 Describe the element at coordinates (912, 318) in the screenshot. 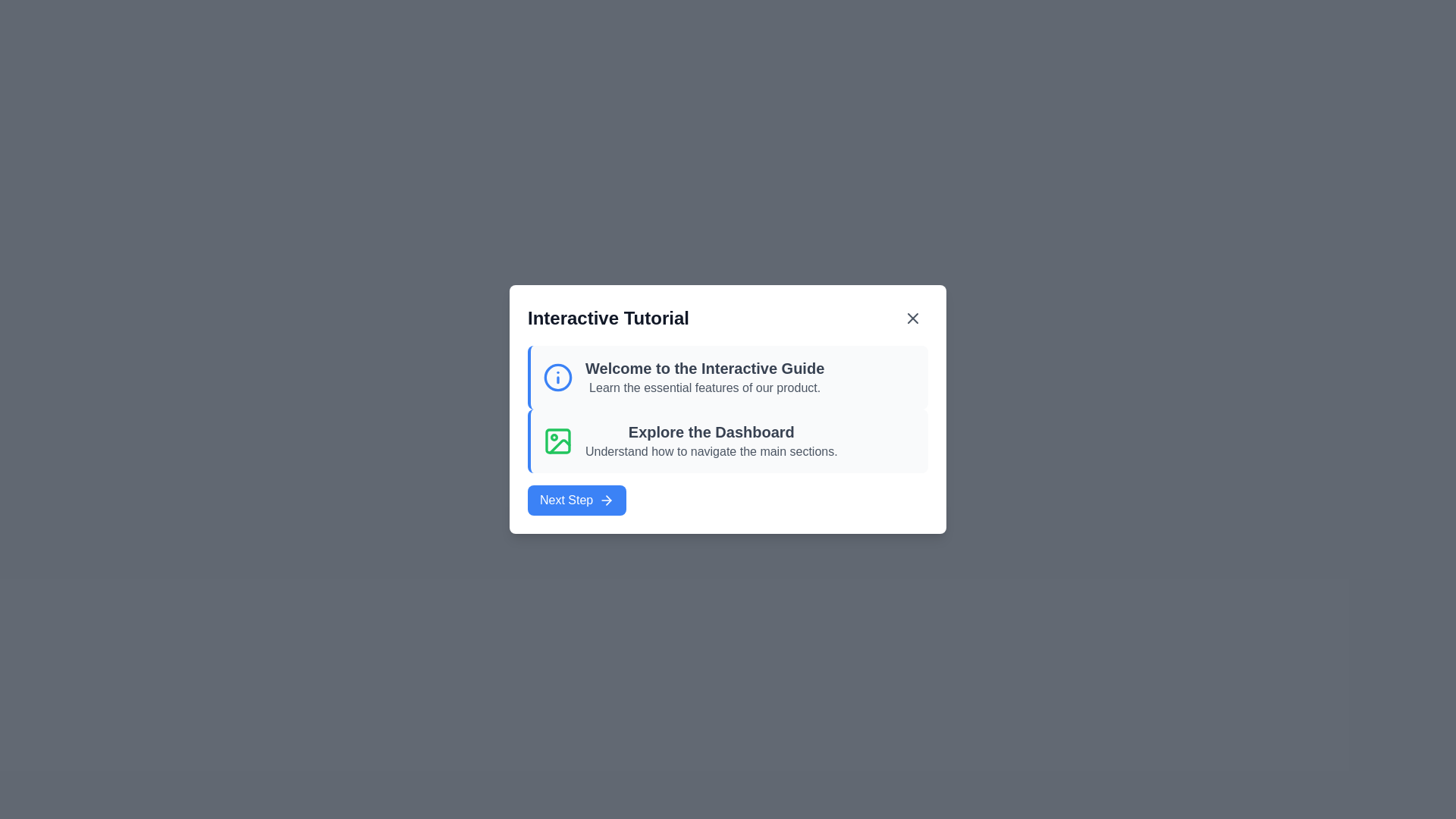

I see `the close button located in the top-right corner of the modal dialog box` at that location.